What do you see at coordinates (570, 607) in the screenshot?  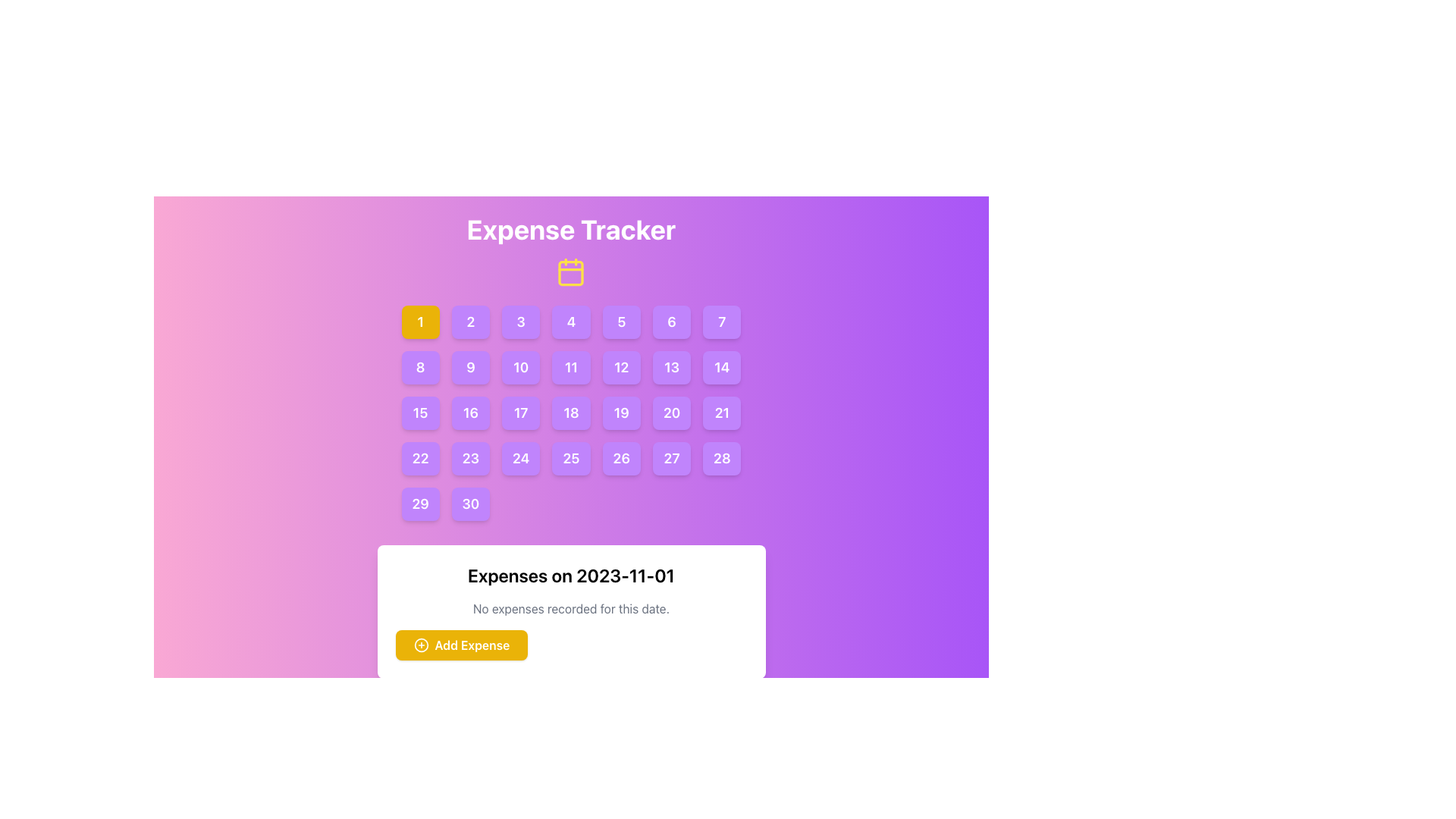 I see `the plain gray text label that reads 'No expenses recorded for this date.' which is located below the title 'Expenses on 2023-11-01' and above the yellow 'Add Expense' button` at bounding box center [570, 607].